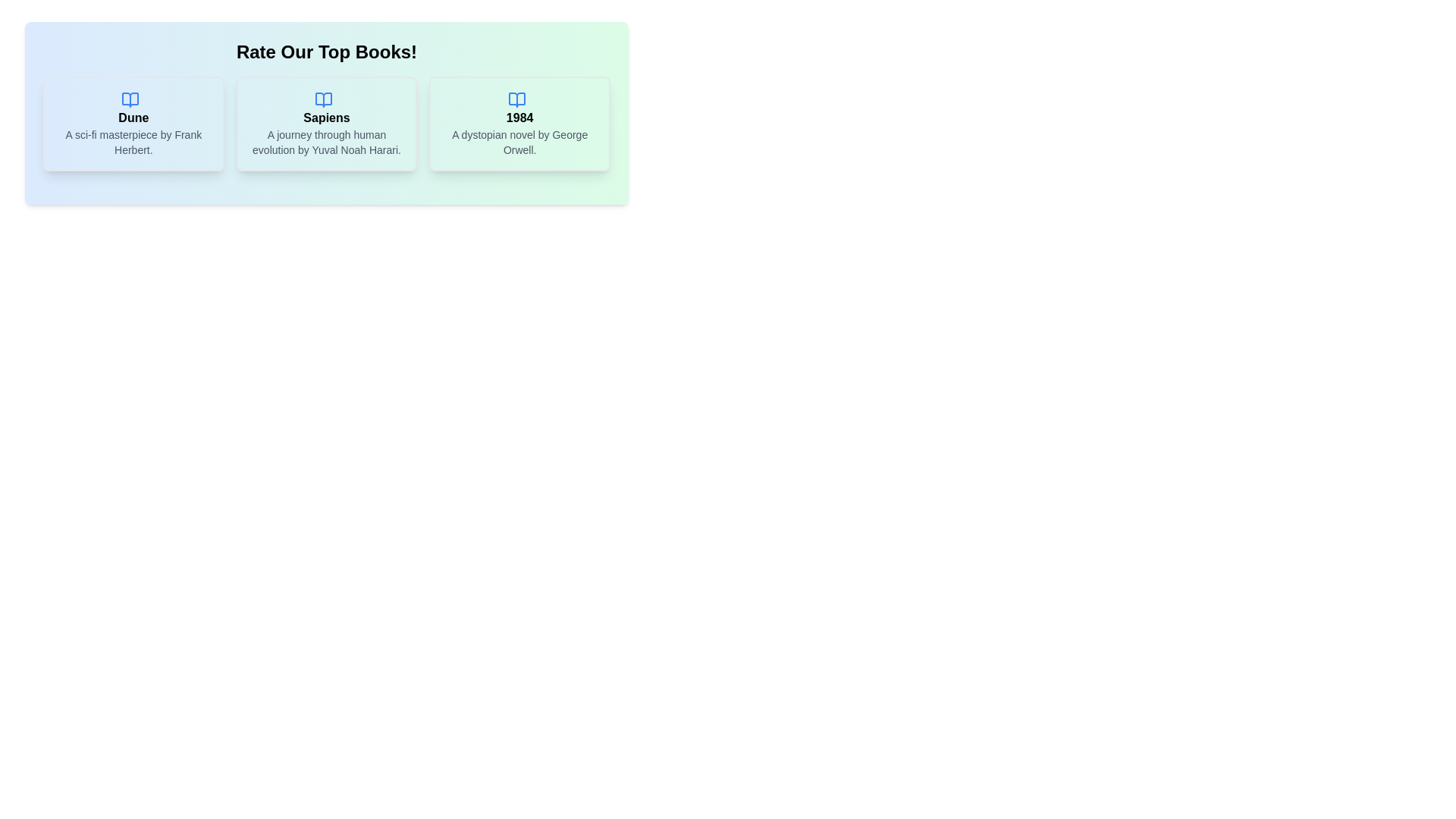 This screenshot has width=1456, height=819. I want to click on the second card in the grid layout titled 'Rate Our Top Books!' to interact and gain more details about the respective book, so click(326, 122).